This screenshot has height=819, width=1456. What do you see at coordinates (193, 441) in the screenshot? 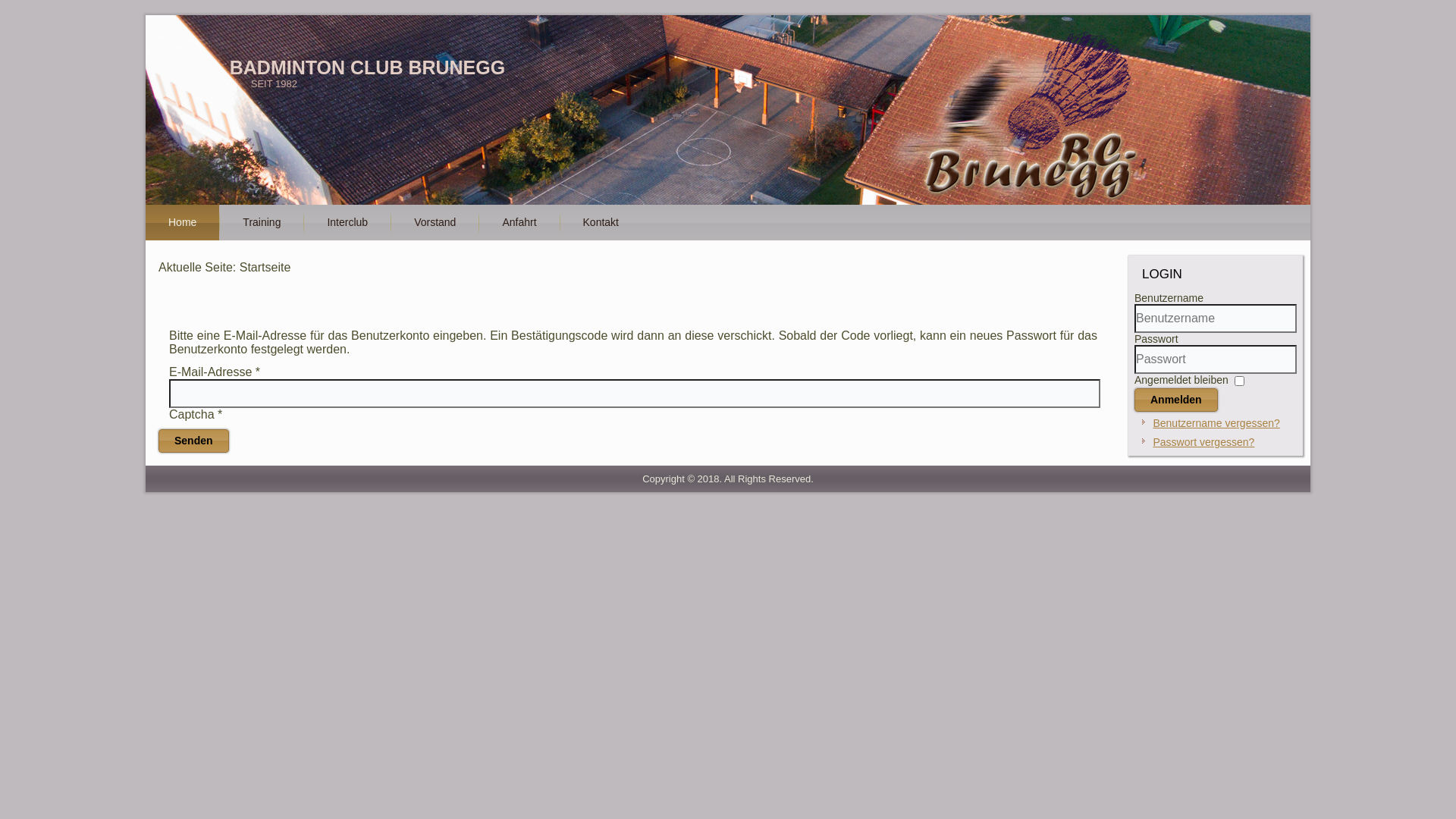
I see `'Senden'` at bounding box center [193, 441].